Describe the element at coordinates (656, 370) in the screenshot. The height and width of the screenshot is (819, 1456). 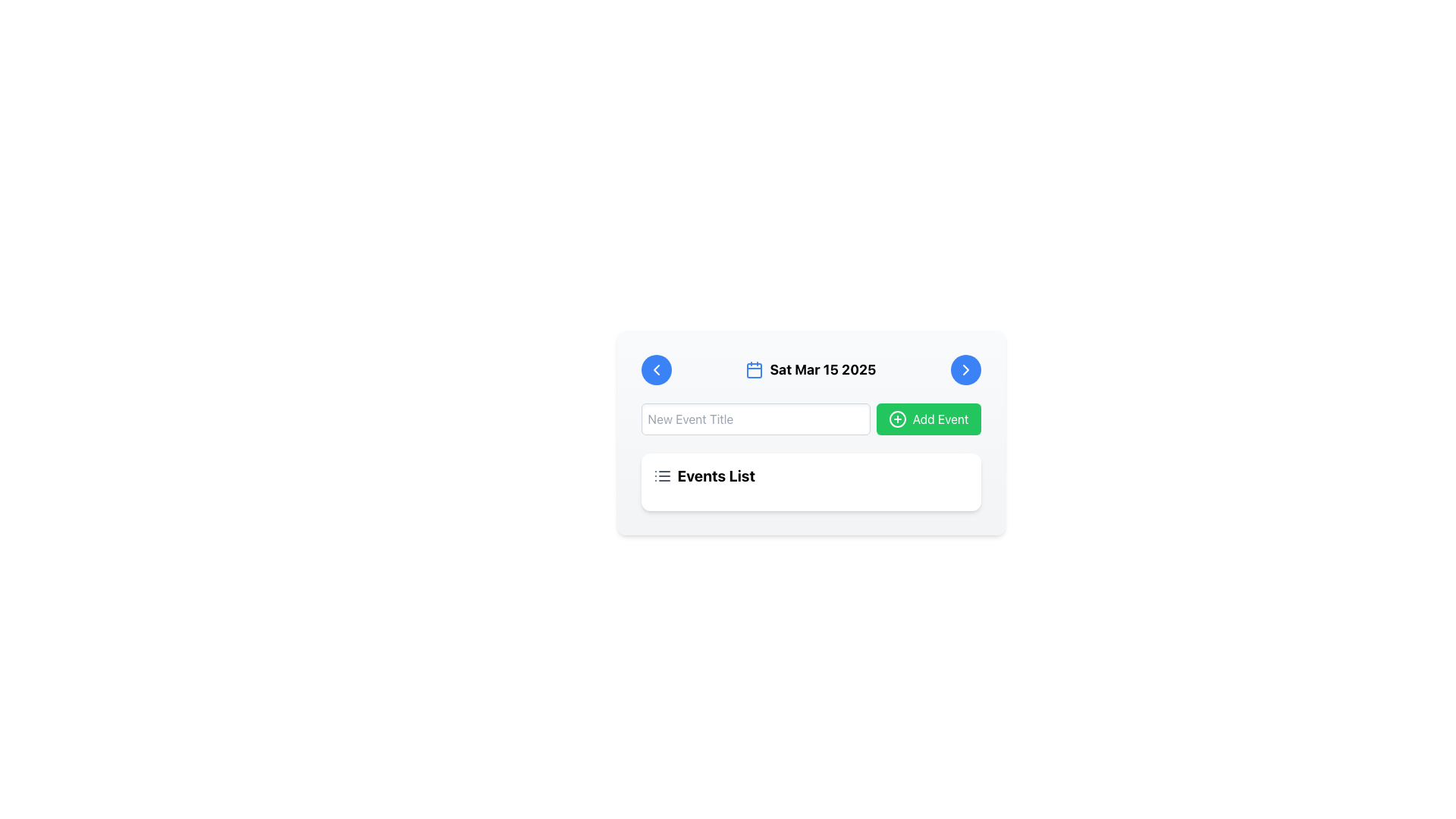
I see `the leftward-pointing chevron icon located within the blue circular button on the far left of the card header` at that location.